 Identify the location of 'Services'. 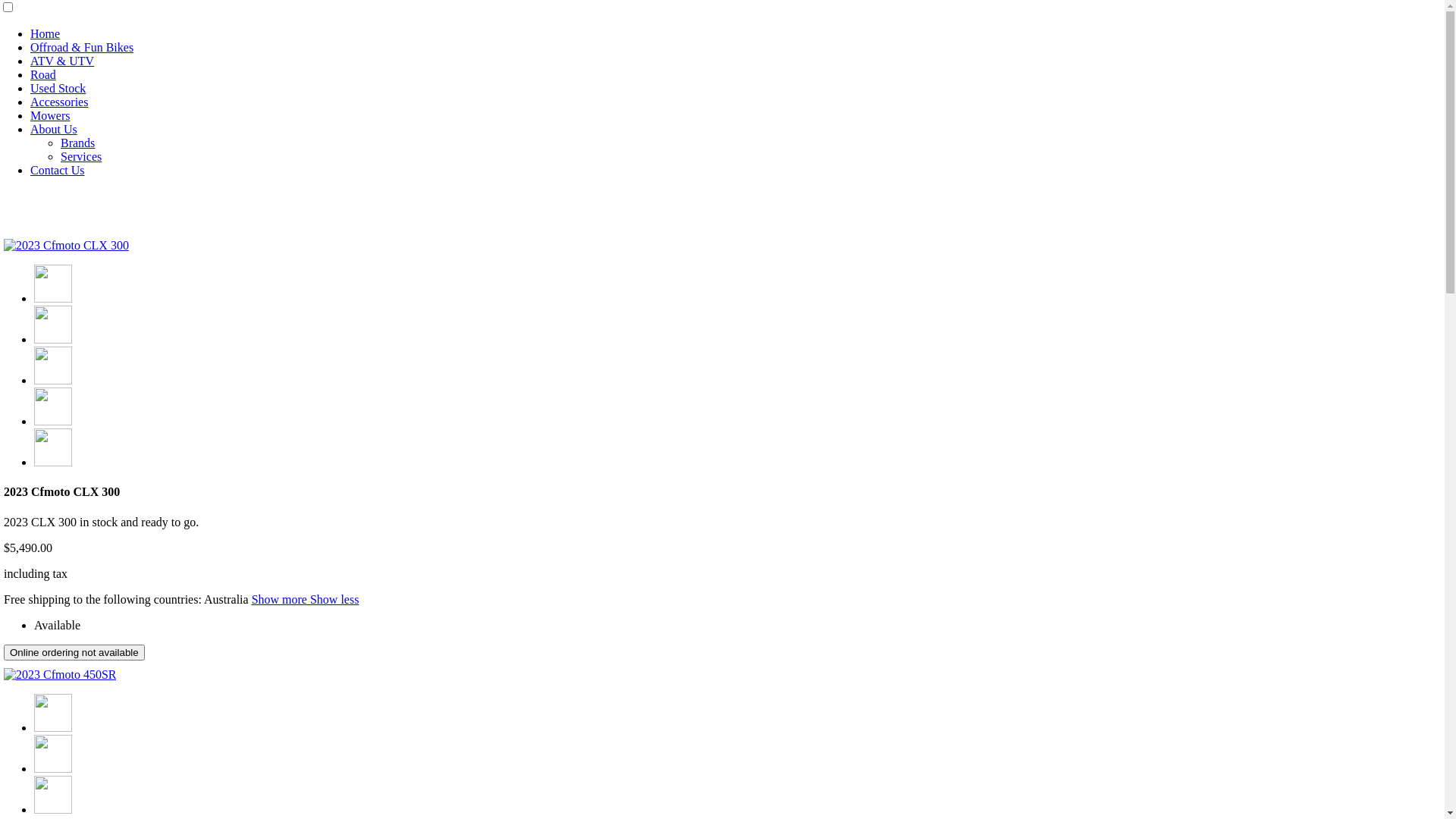
(80, 156).